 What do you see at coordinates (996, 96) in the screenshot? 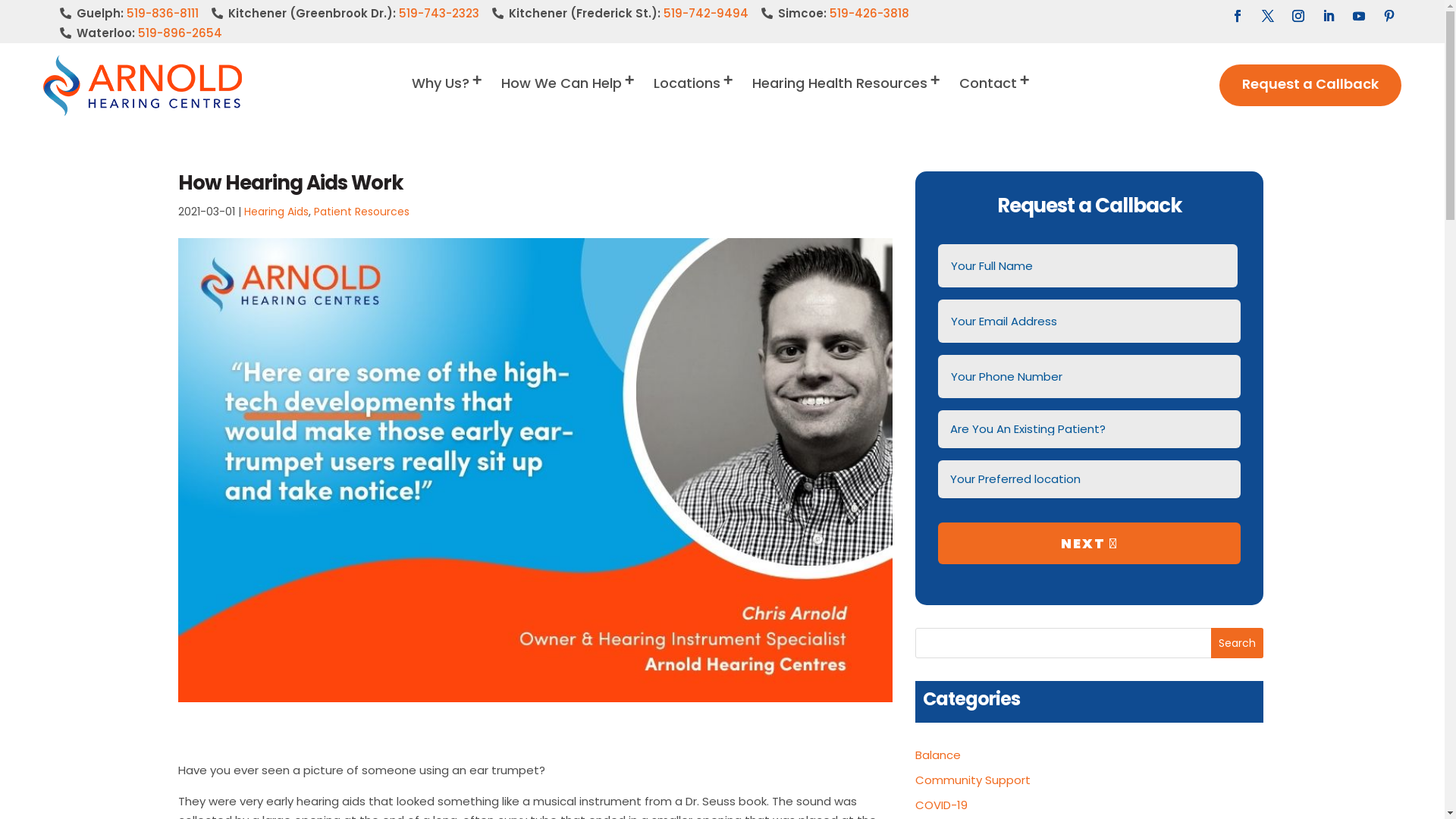
I see `'Contact'` at bounding box center [996, 96].